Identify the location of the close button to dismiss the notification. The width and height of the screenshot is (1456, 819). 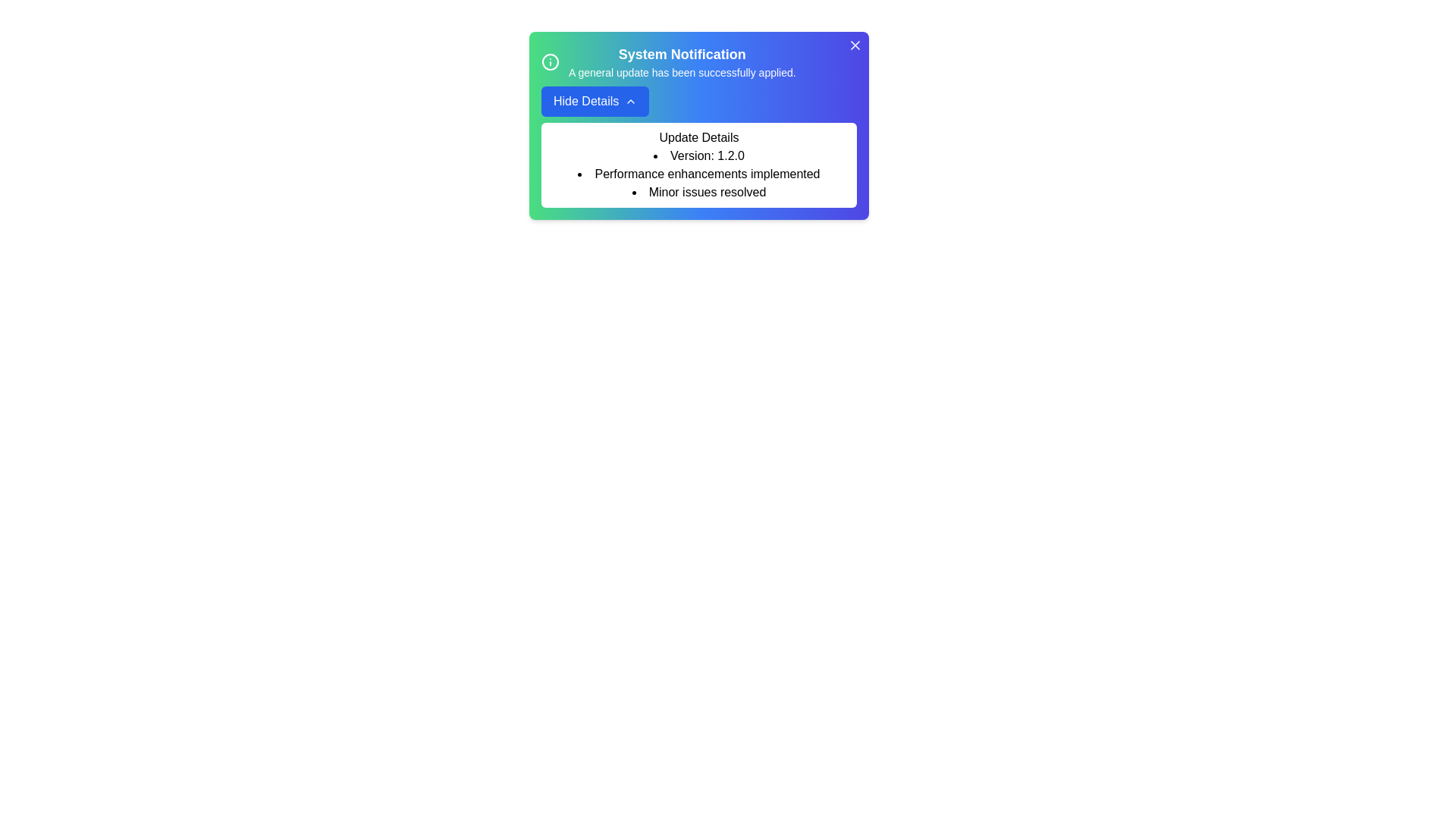
(855, 45).